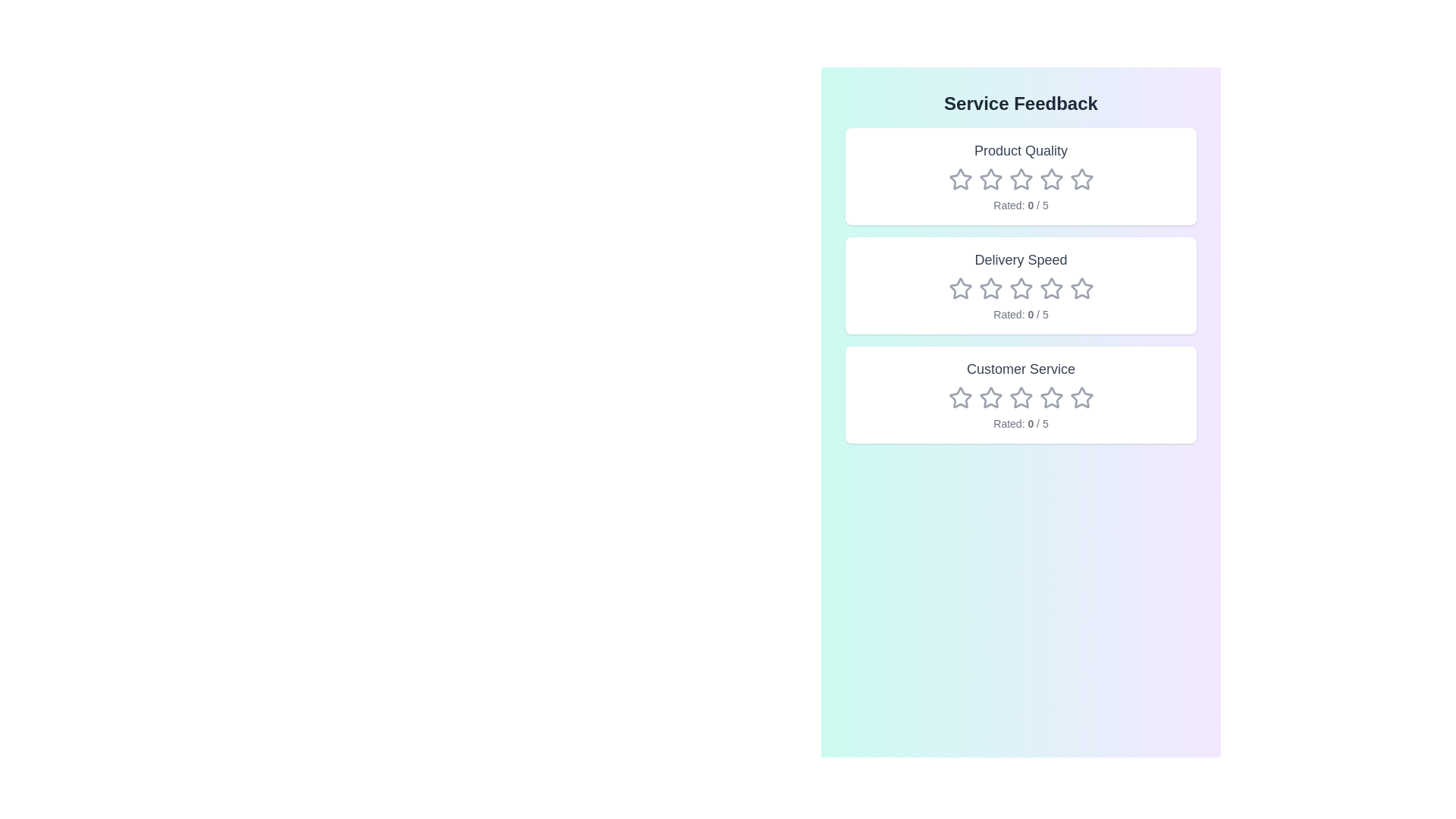 This screenshot has width=1456, height=819. I want to click on the rating for the category Customer Service to 2 stars, so click(990, 397).